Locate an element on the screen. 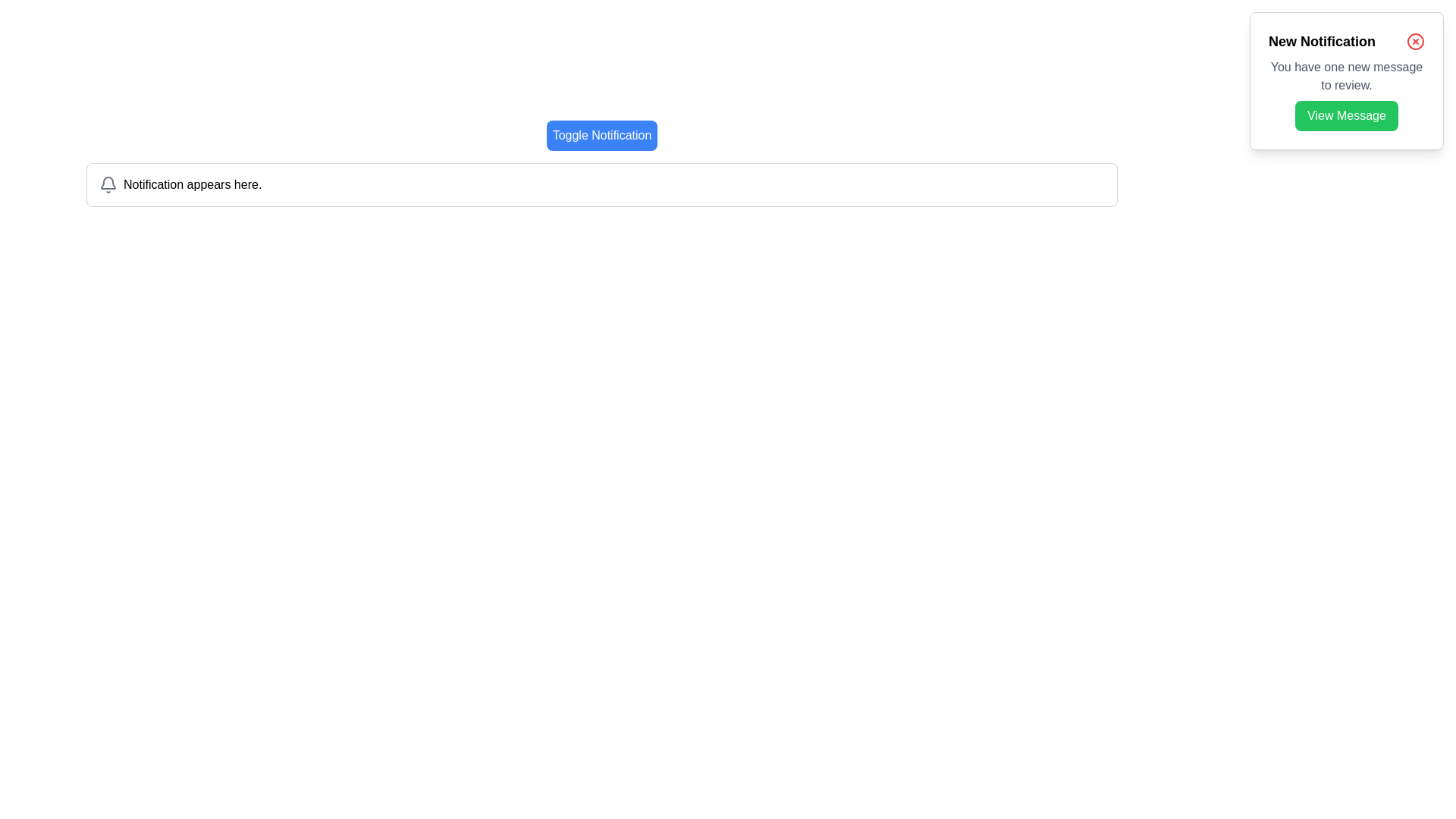  the green 'View Message' button located at the bottom-right corner of the notification card is located at coordinates (1347, 115).